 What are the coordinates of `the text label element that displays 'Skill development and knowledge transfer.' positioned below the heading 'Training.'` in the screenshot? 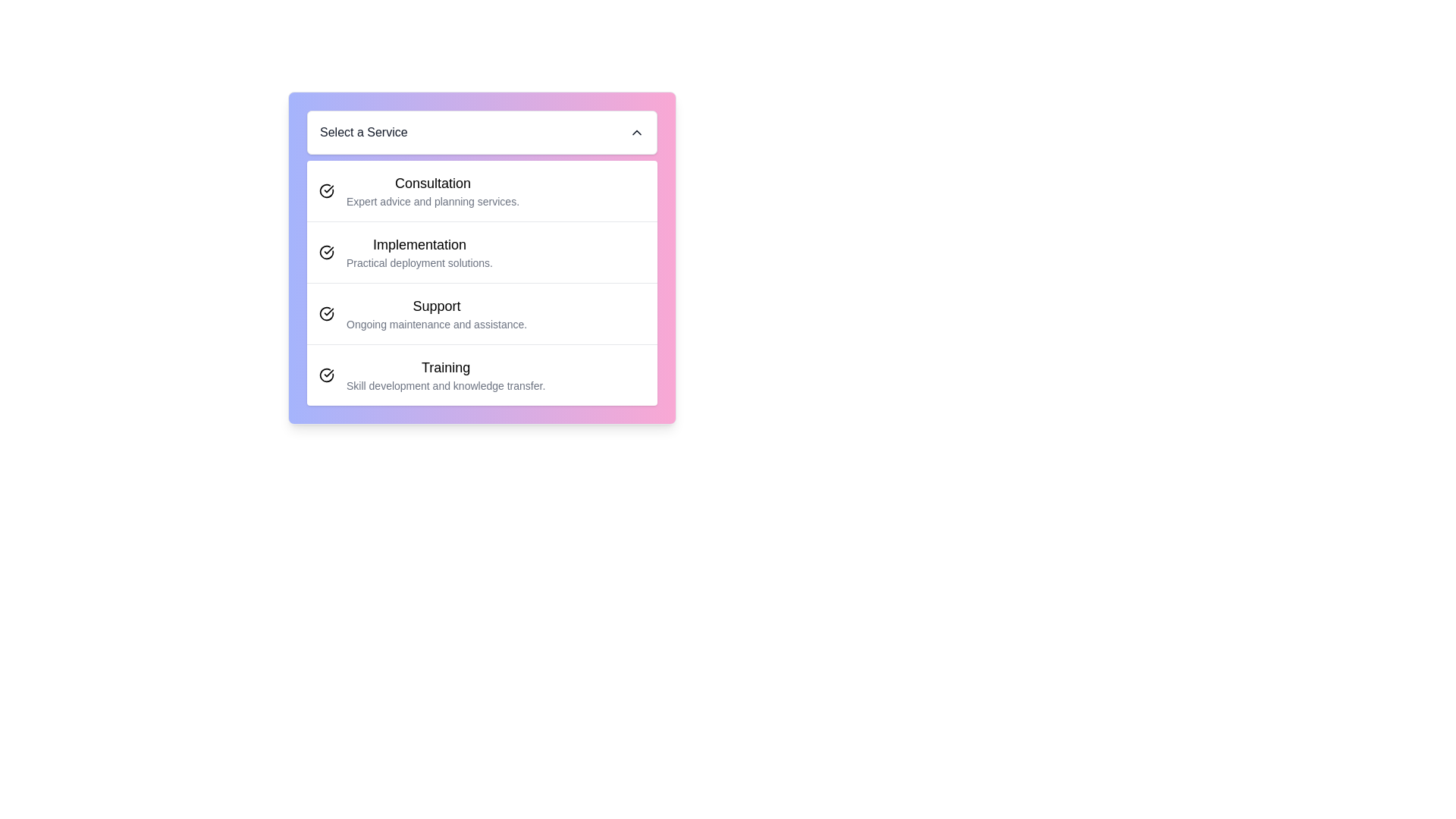 It's located at (445, 385).